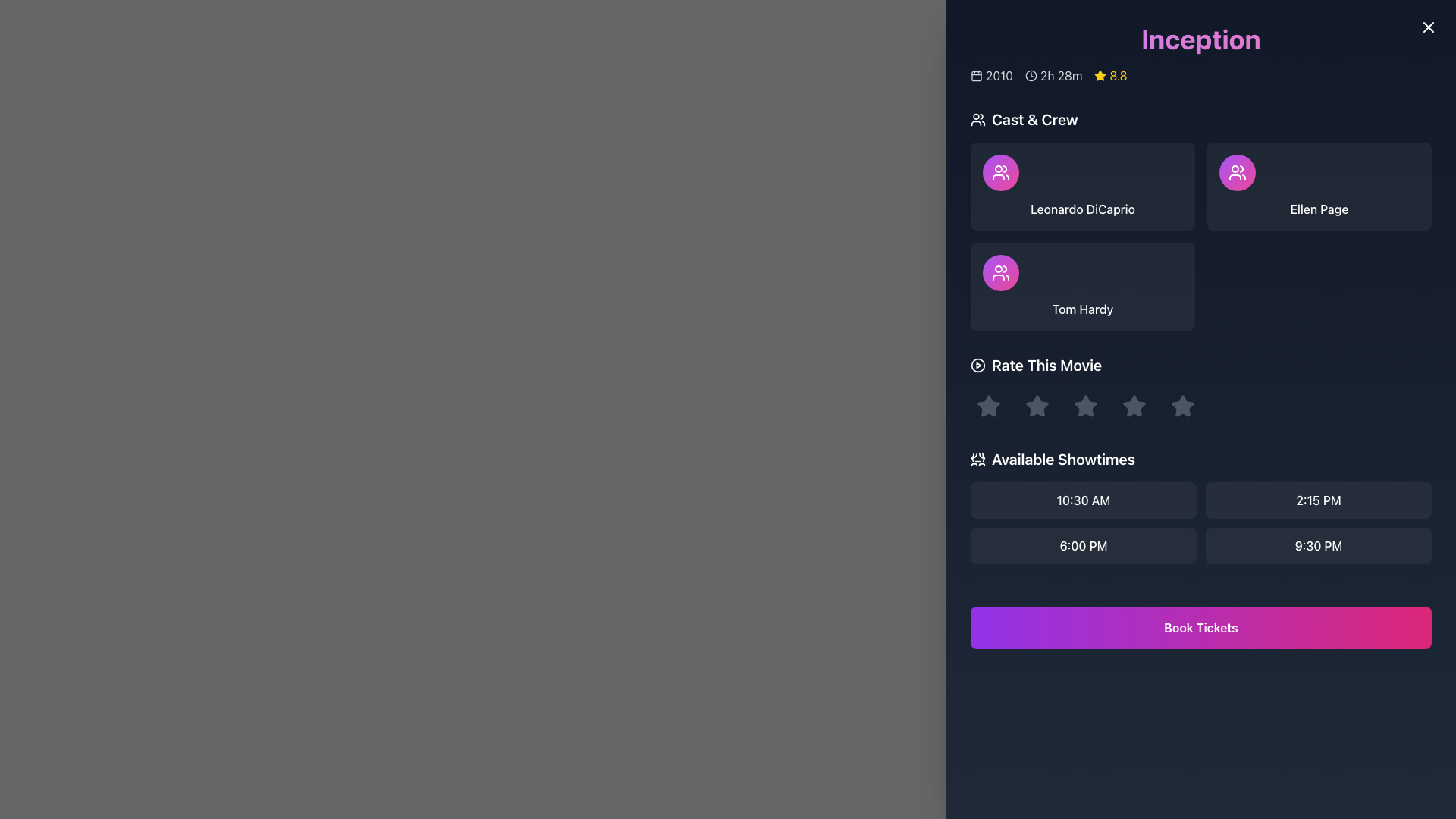 The height and width of the screenshot is (819, 1456). Describe the element at coordinates (1082, 309) in the screenshot. I see `the Static Text Label displaying the name of an individual in the 'Cast & Crew' section, located below 'Leonardo DiCaprio' and 'Ellen Page'` at that location.